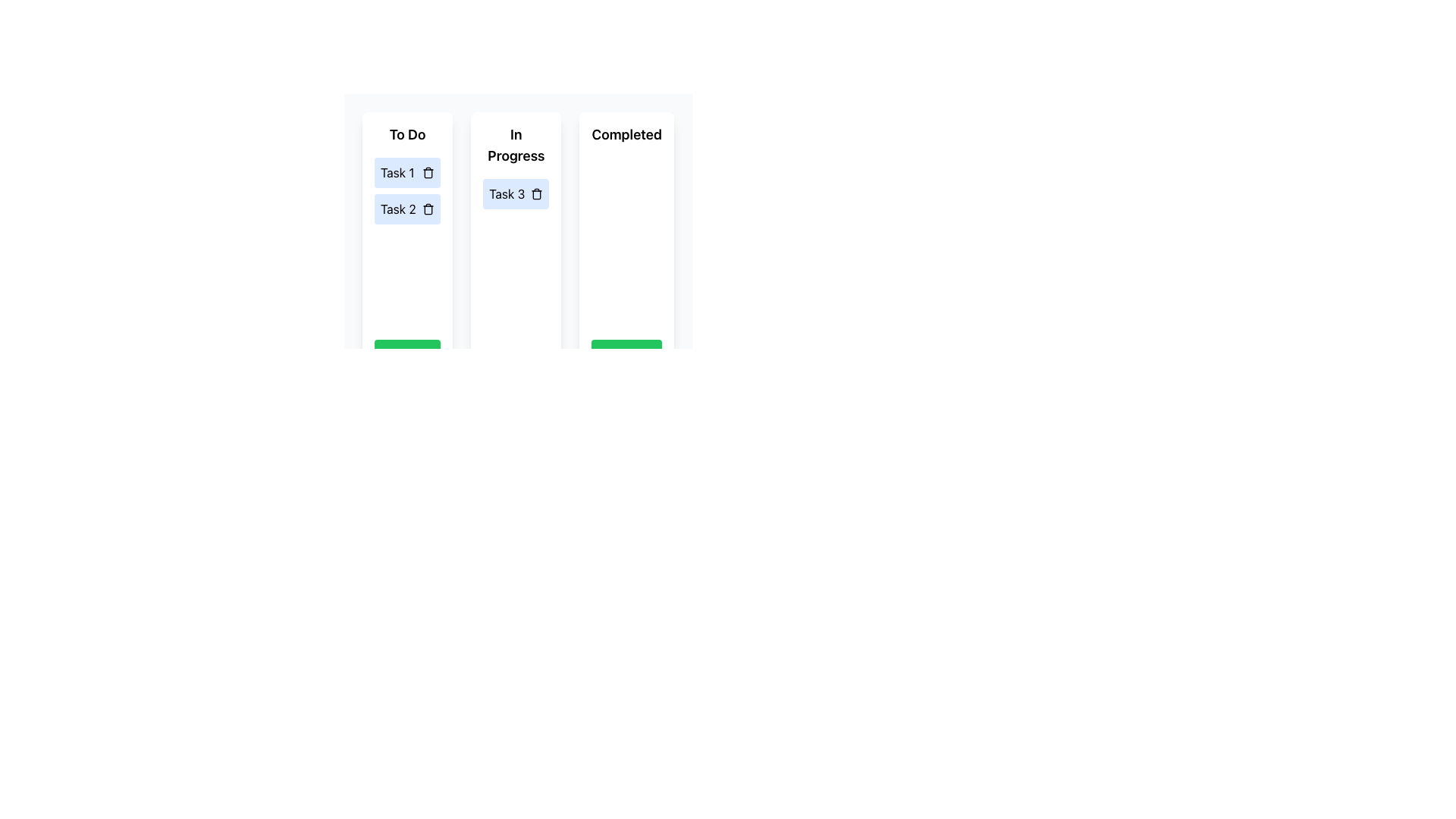 Image resolution: width=1456 pixels, height=819 pixels. I want to click on the green 'Add Task' button located at the bottom of the 'To Do' section to observe any hover effects, so click(407, 363).